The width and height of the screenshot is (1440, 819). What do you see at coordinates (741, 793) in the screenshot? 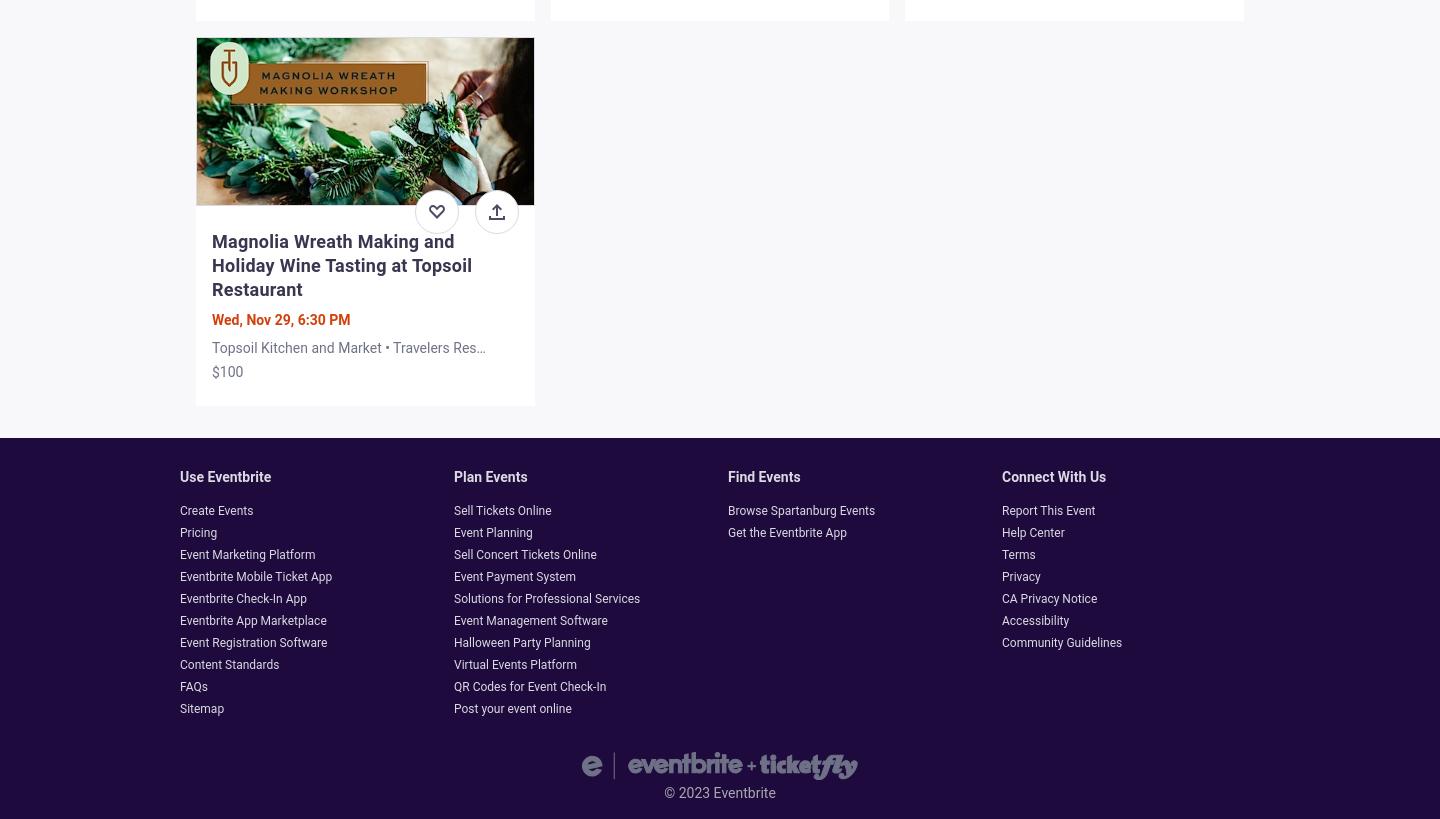
I see `'Eventbrite'` at bounding box center [741, 793].